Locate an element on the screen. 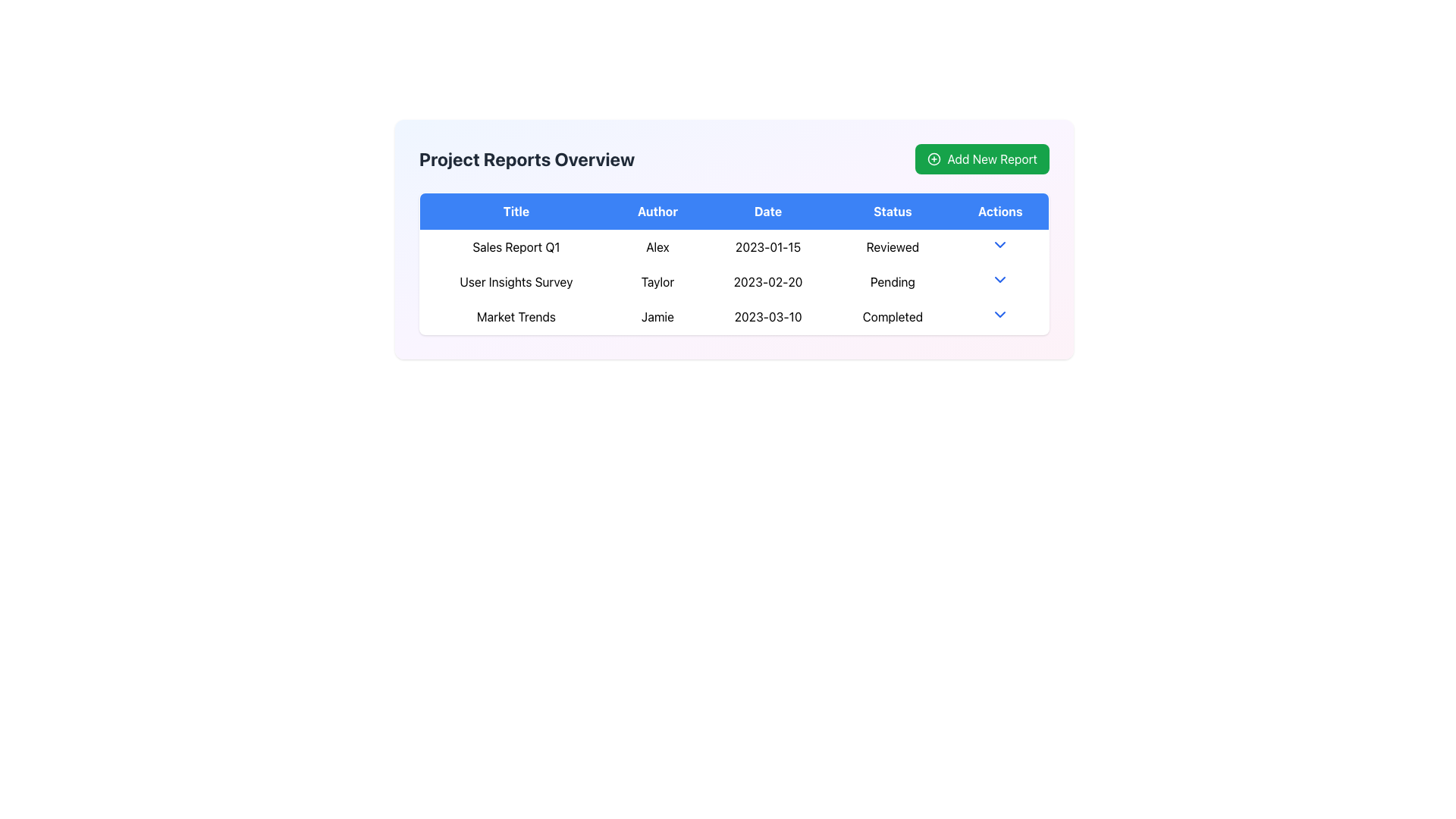 This screenshot has width=1456, height=819. the green button labeled 'Add New Report' with a plus sign icon is located at coordinates (982, 158).